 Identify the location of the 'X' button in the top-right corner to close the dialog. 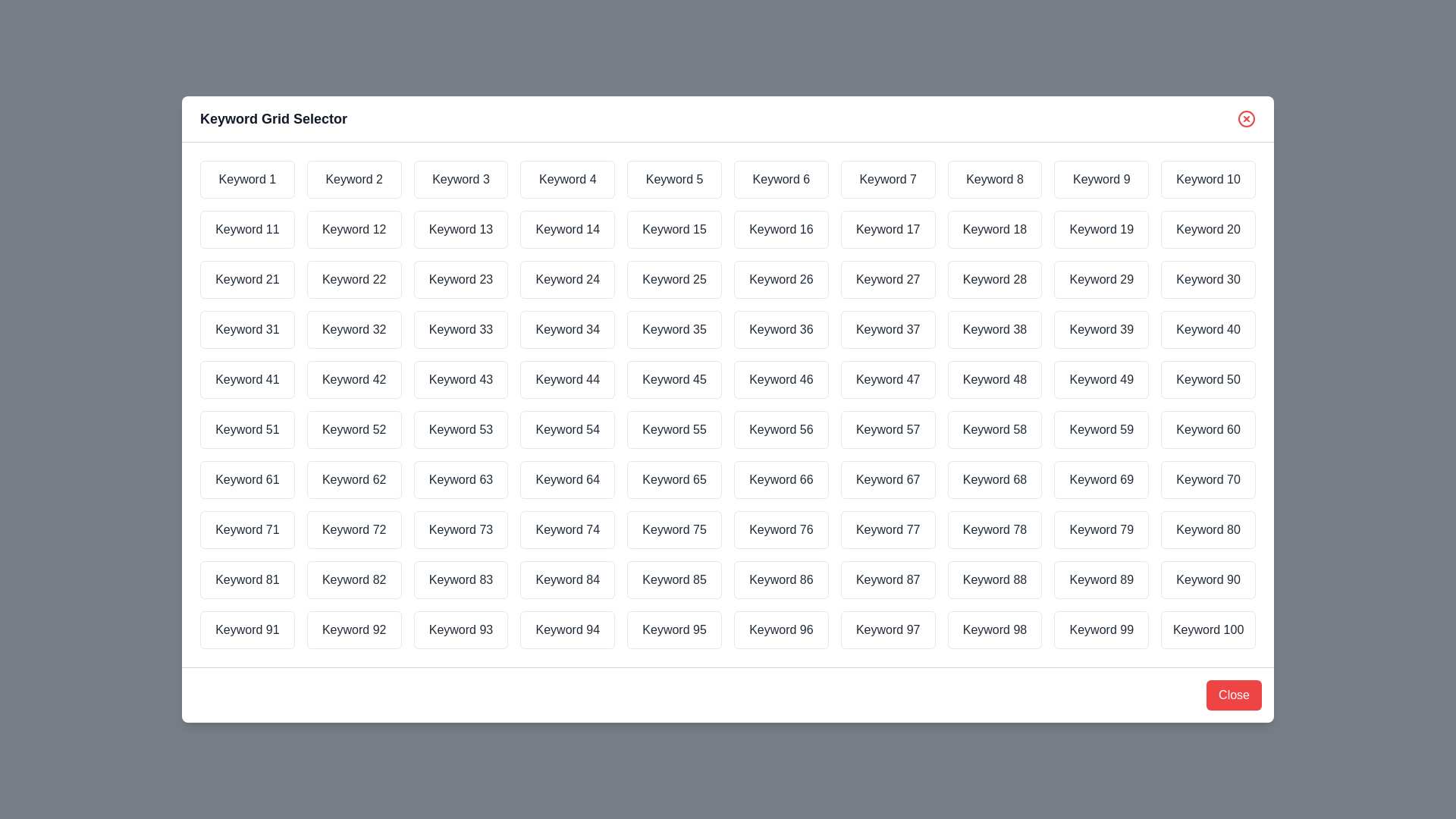
(1246, 118).